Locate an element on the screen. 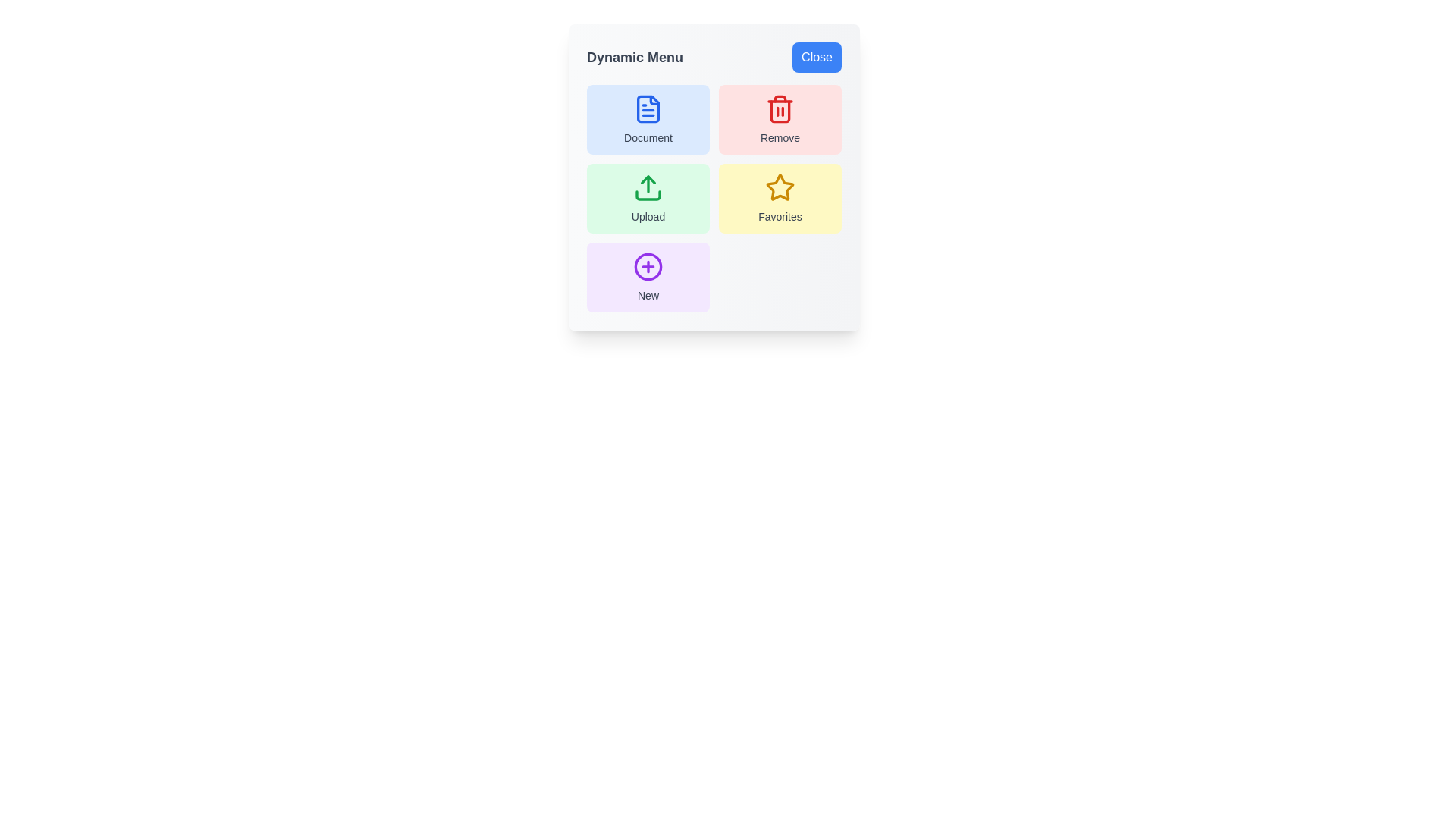 This screenshot has width=1456, height=819. the star icon with a hollow interior on a yellow background is located at coordinates (779, 186).